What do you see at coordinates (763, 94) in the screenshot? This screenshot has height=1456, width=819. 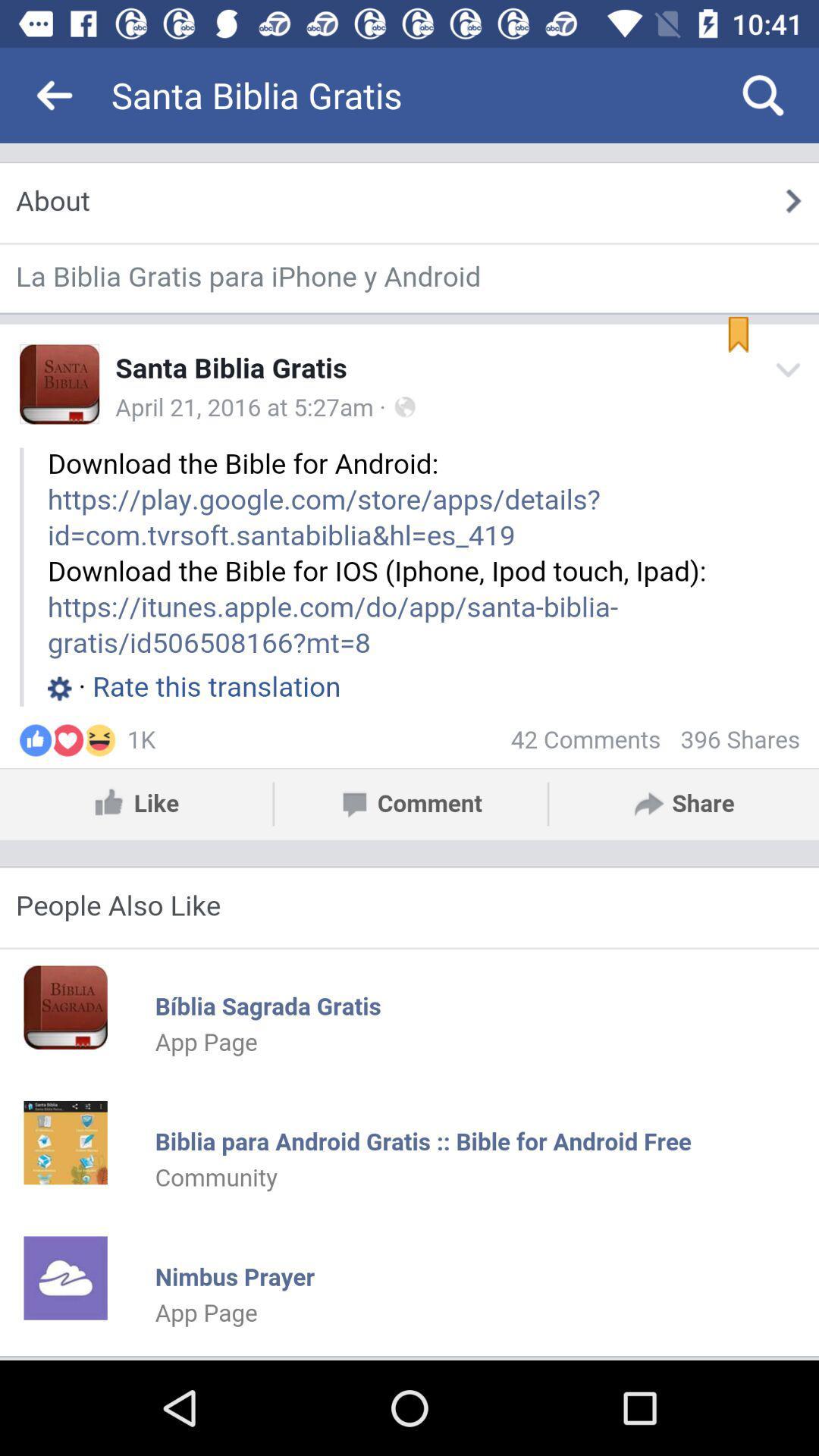 I see `the item to the right of santa biblia gratis` at bounding box center [763, 94].